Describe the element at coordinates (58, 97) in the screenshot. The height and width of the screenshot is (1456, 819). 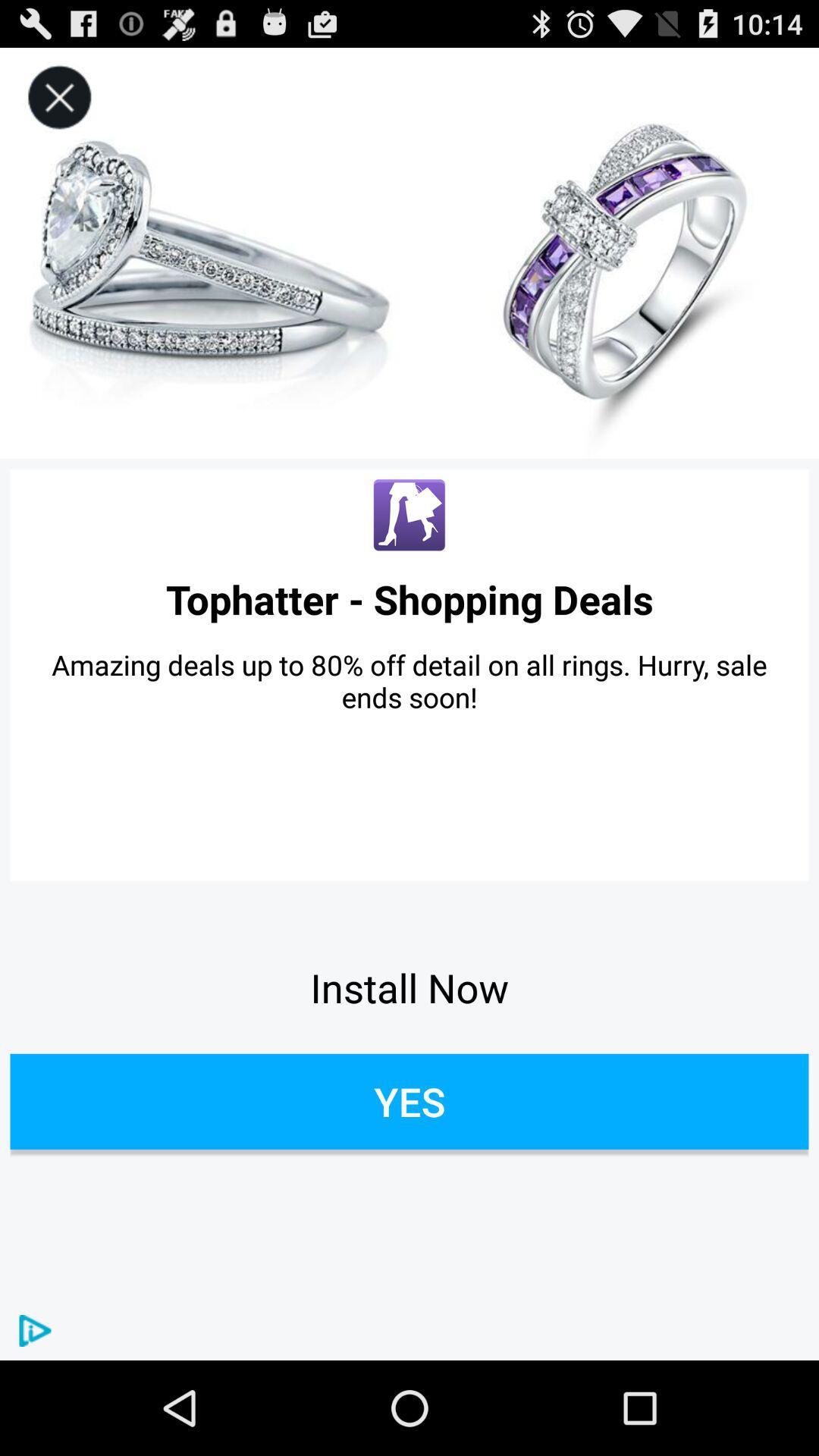
I see `the icon at the top left corner` at that location.